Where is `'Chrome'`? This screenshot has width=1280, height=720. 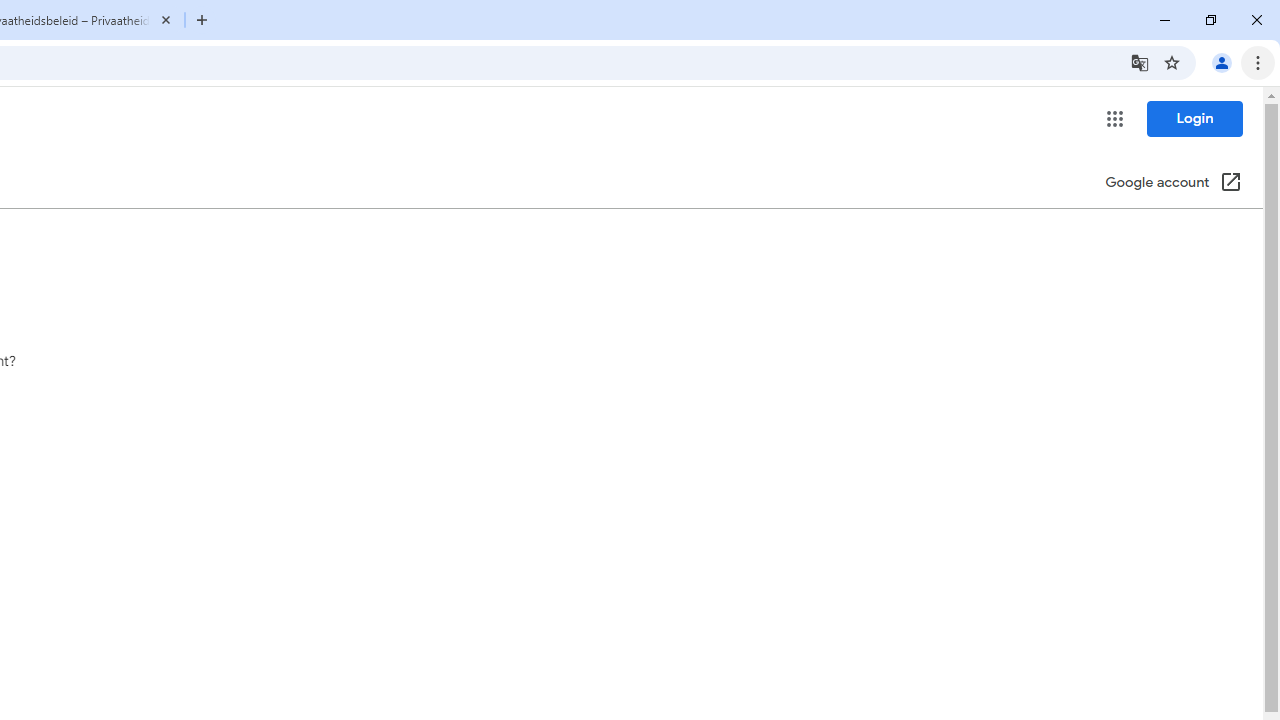 'Chrome' is located at coordinates (1259, 61).